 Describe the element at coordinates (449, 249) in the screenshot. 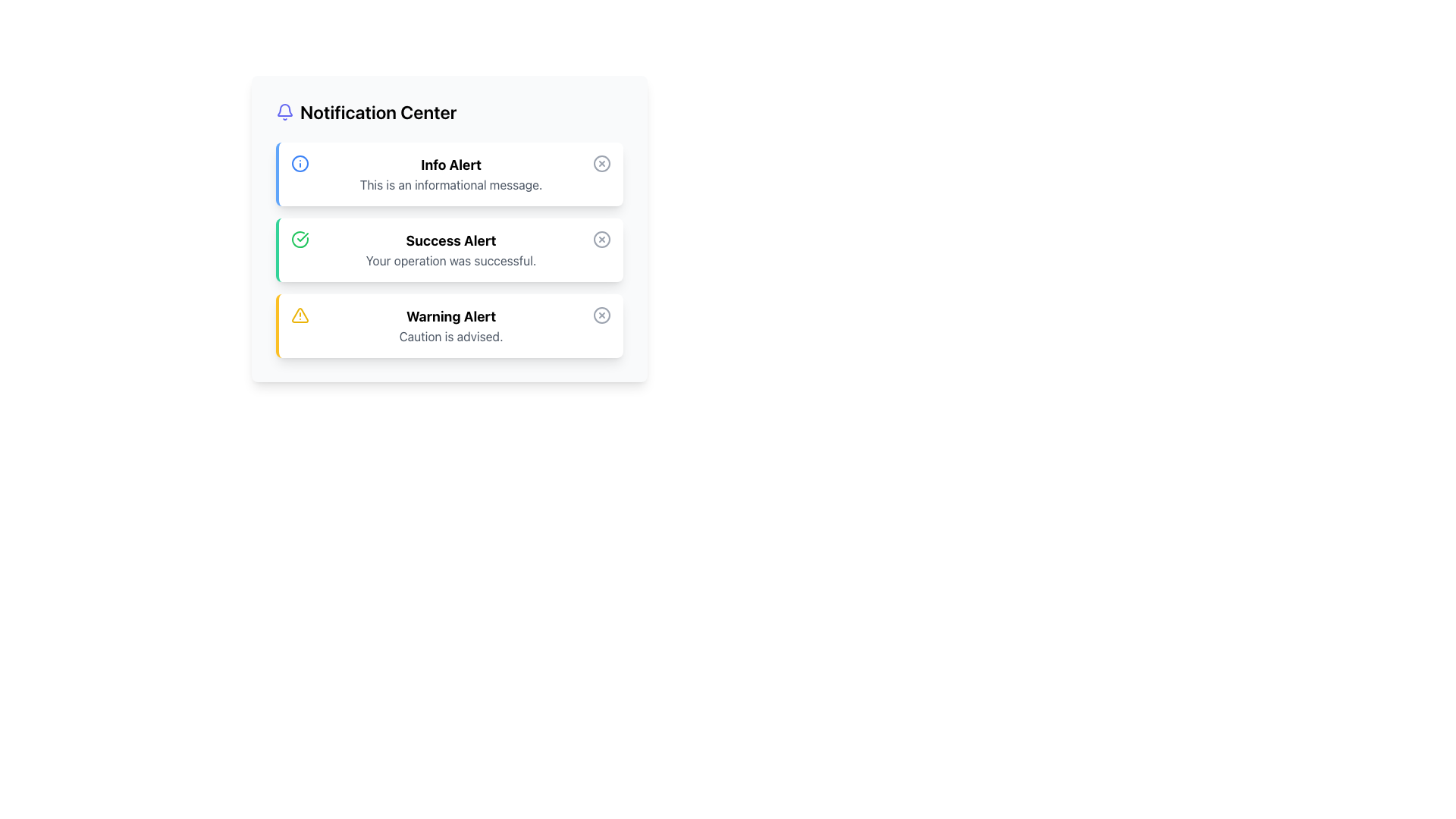

I see `the success message displayed in the second notification card located in the Notification Center, positioned below the 'Info Alert' and above the 'Warning Alert'` at that location.